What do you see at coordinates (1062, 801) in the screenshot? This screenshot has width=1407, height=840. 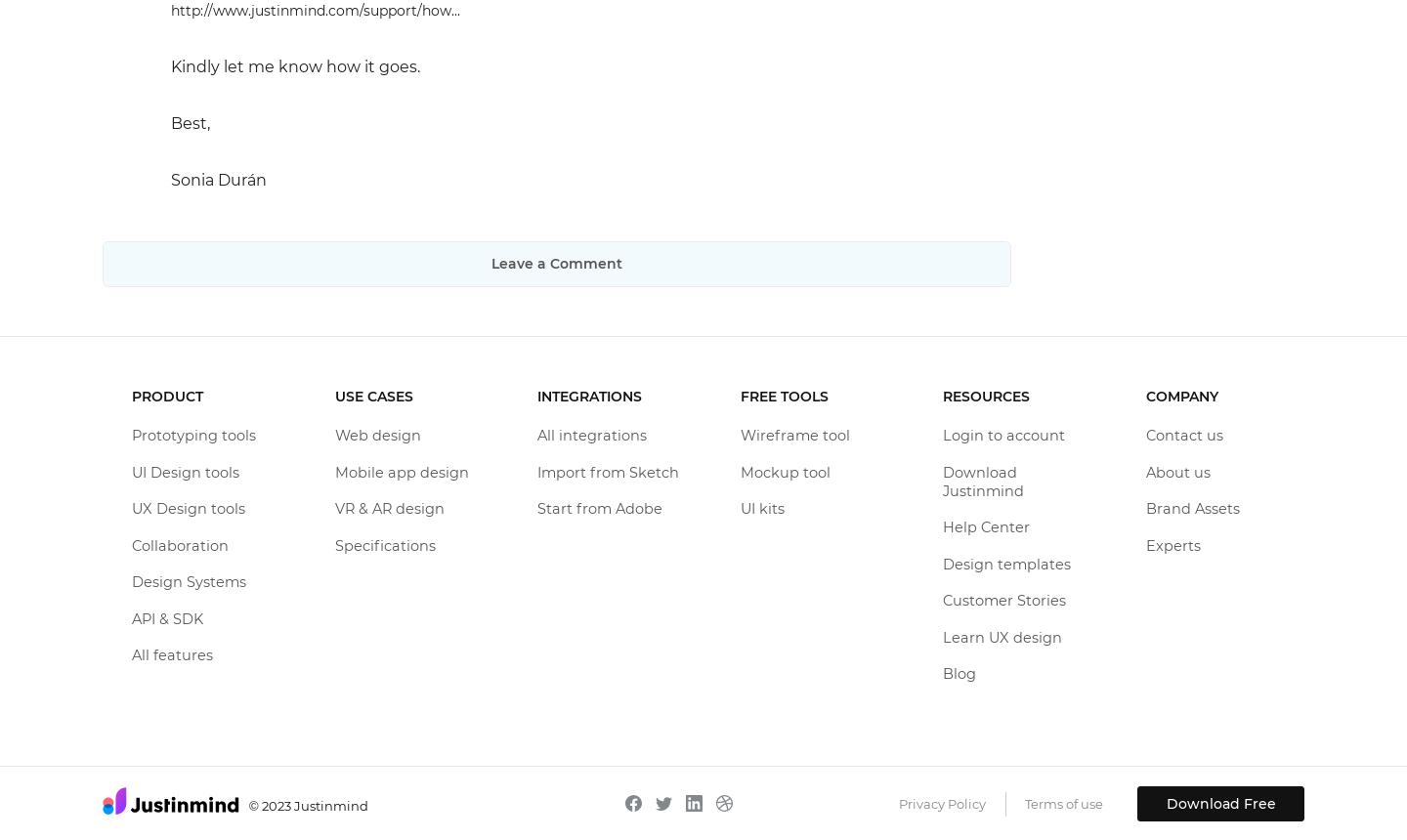 I see `'Terms of use'` at bounding box center [1062, 801].